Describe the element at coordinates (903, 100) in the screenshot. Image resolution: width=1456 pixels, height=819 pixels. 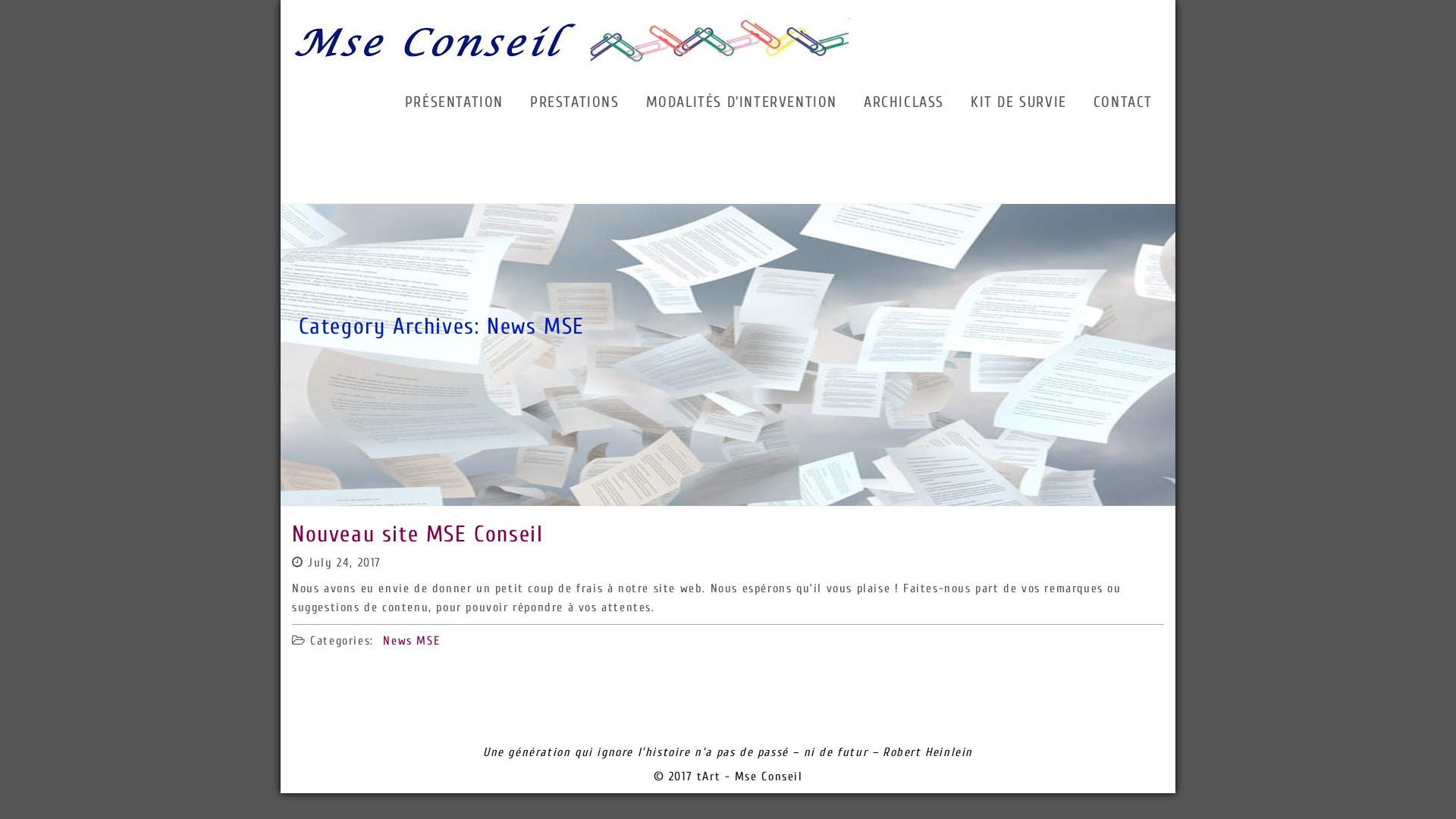
I see `'ARCHICLASS'` at that location.